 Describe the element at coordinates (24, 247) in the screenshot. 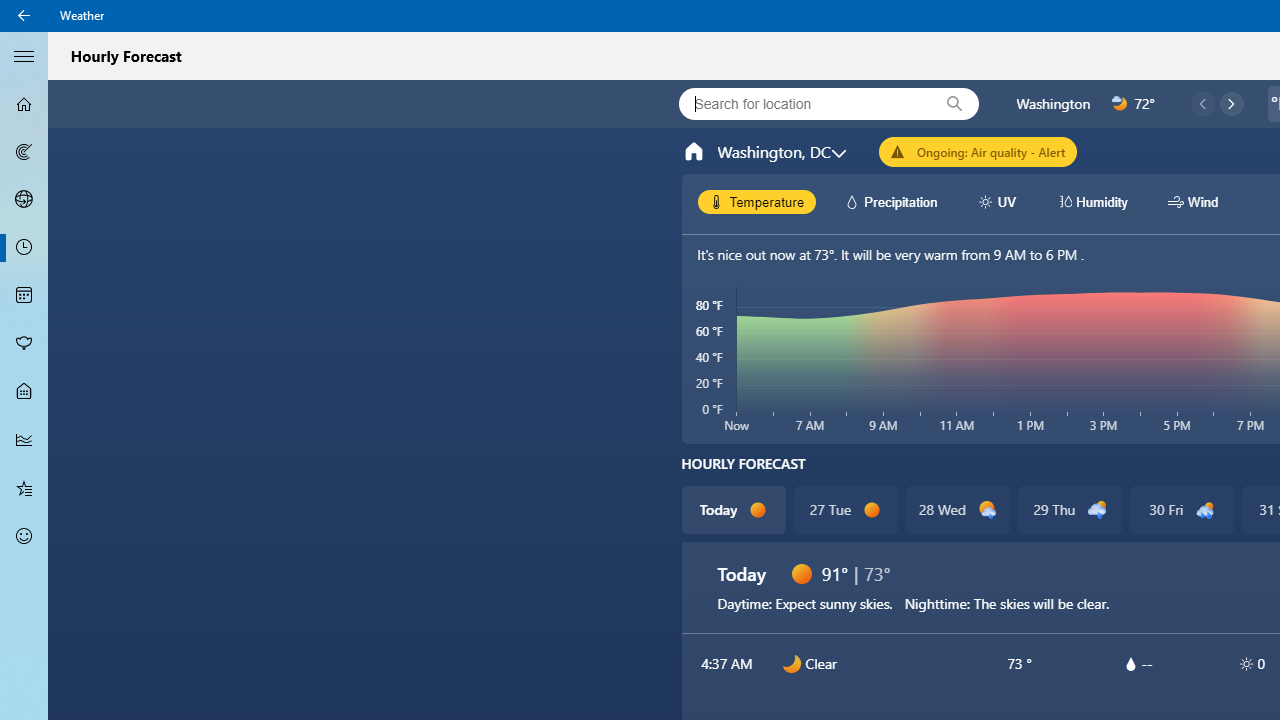

I see `'Hourly Forecast - Not Selected'` at that location.